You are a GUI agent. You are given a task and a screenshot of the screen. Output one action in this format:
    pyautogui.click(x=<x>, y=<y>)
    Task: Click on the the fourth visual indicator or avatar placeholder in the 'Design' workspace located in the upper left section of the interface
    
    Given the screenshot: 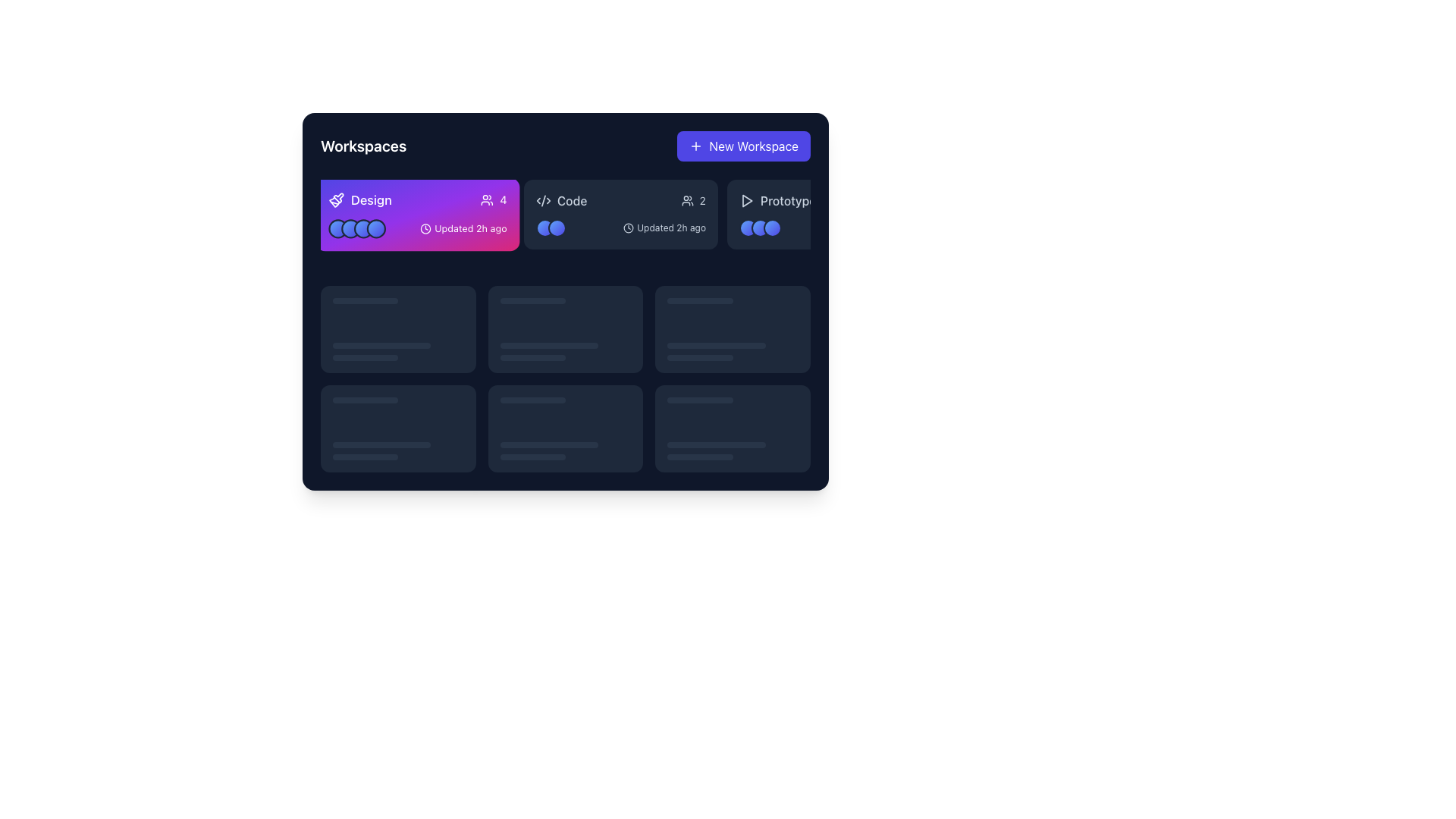 What is the action you would take?
    pyautogui.click(x=376, y=228)
    